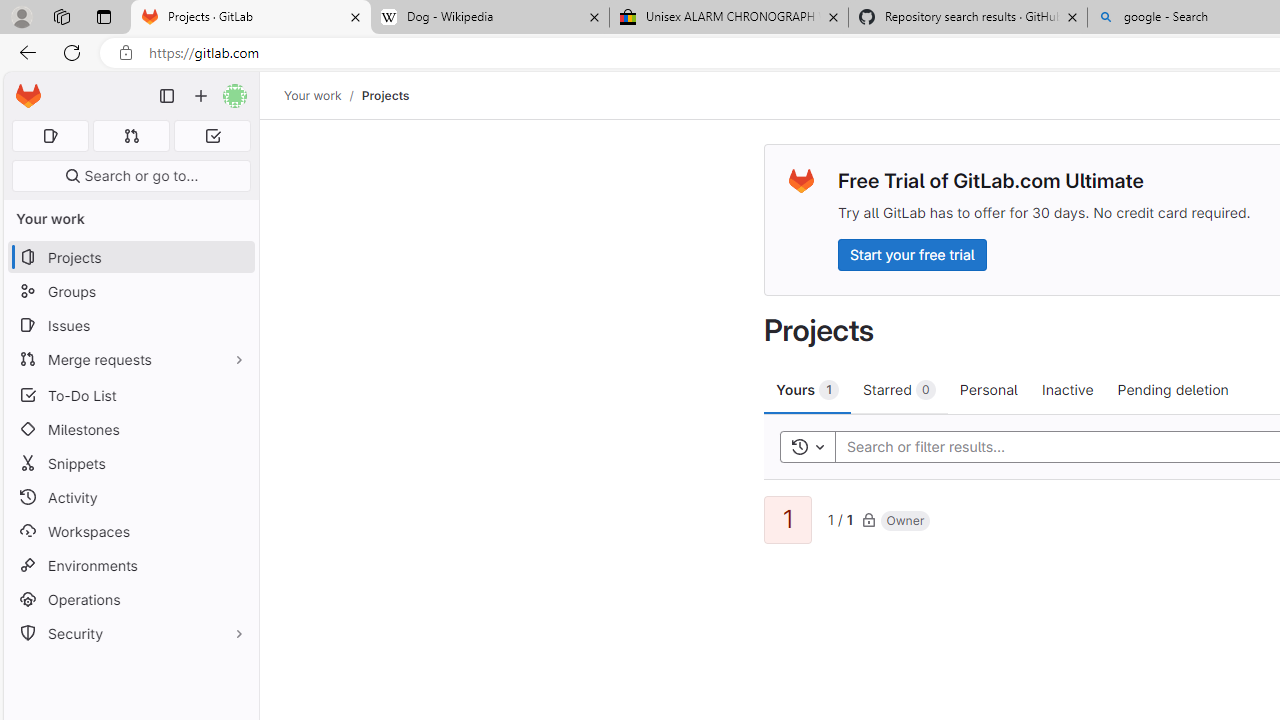 The image size is (1280, 720). What do you see at coordinates (130, 565) in the screenshot?
I see `'Environments'` at bounding box center [130, 565].